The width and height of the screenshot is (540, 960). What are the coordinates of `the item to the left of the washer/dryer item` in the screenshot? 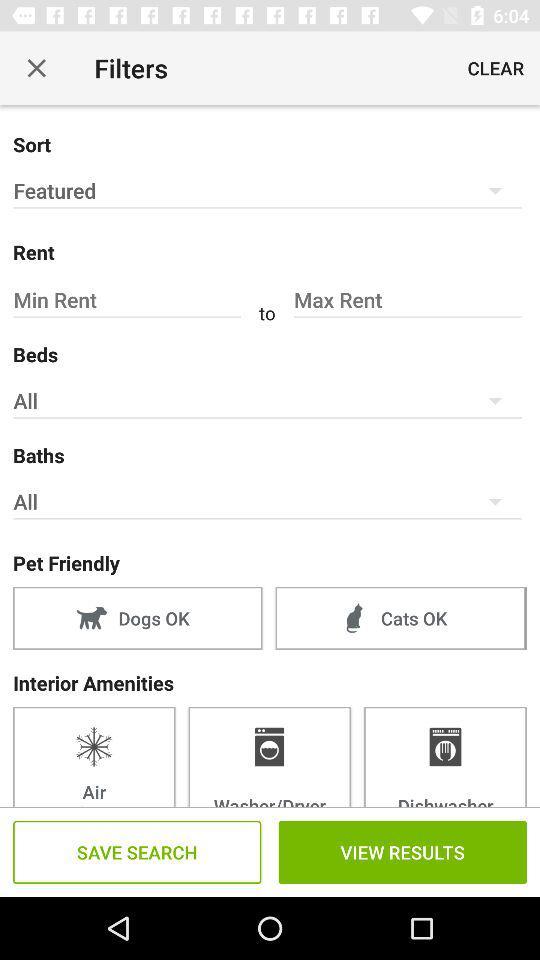 It's located at (93, 755).